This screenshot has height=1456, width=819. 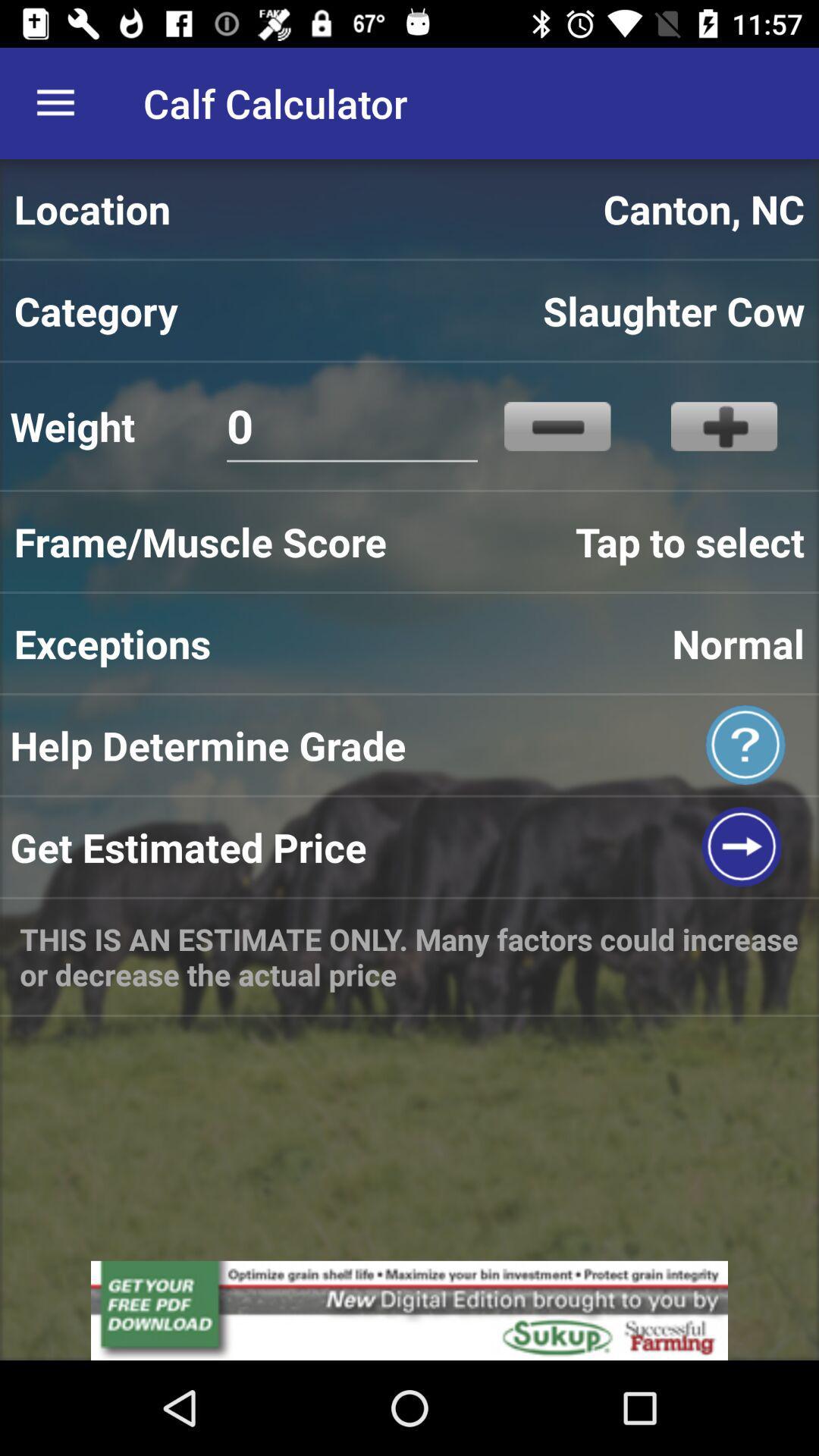 What do you see at coordinates (723, 425) in the screenshot?
I see `increases value` at bounding box center [723, 425].